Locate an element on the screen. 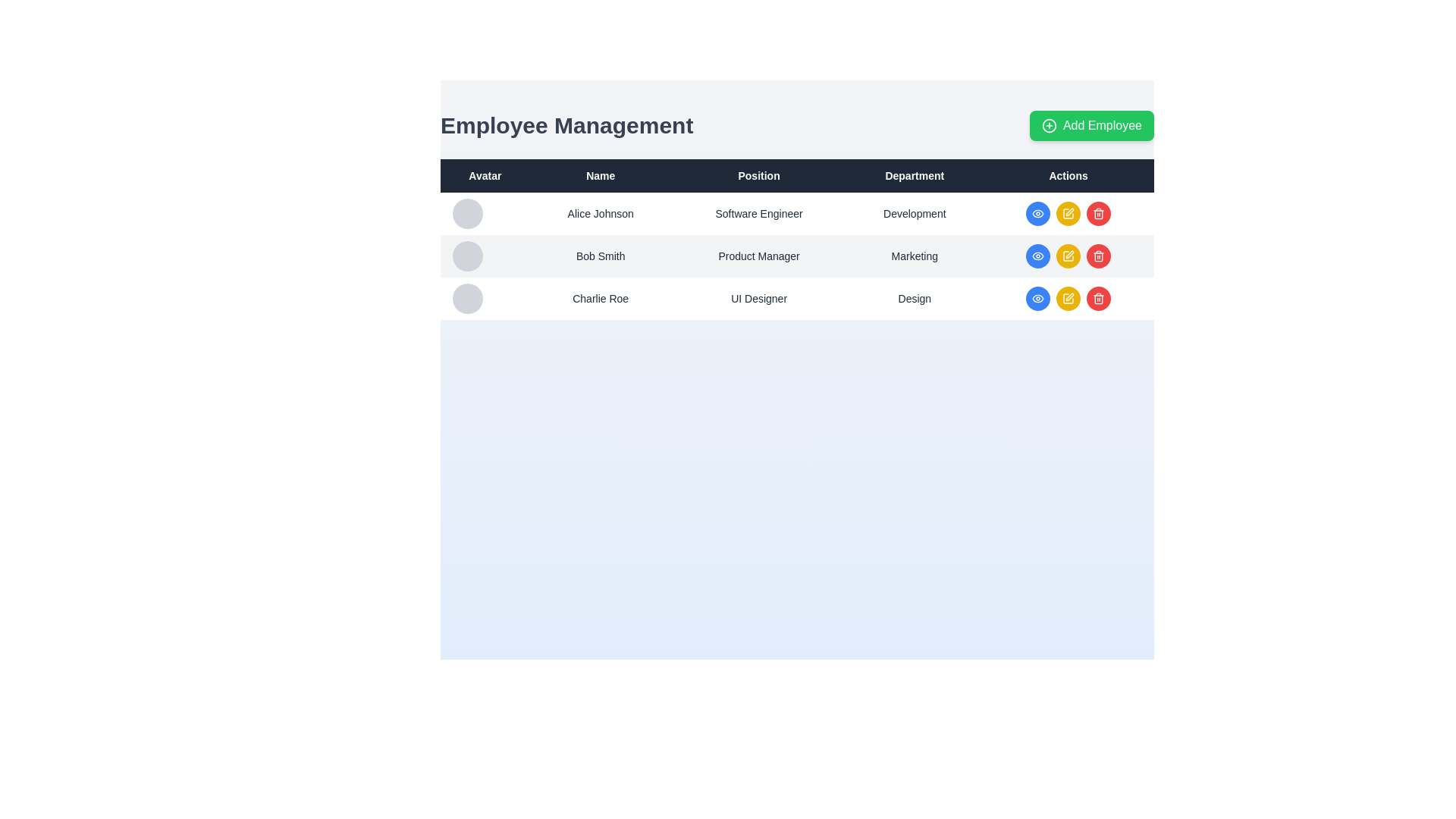 Image resolution: width=1456 pixels, height=819 pixels. Avatar placeholder graphic element representing 'Charlie Roe' in the employee management table, located in the leftmost column is located at coordinates (467, 298).